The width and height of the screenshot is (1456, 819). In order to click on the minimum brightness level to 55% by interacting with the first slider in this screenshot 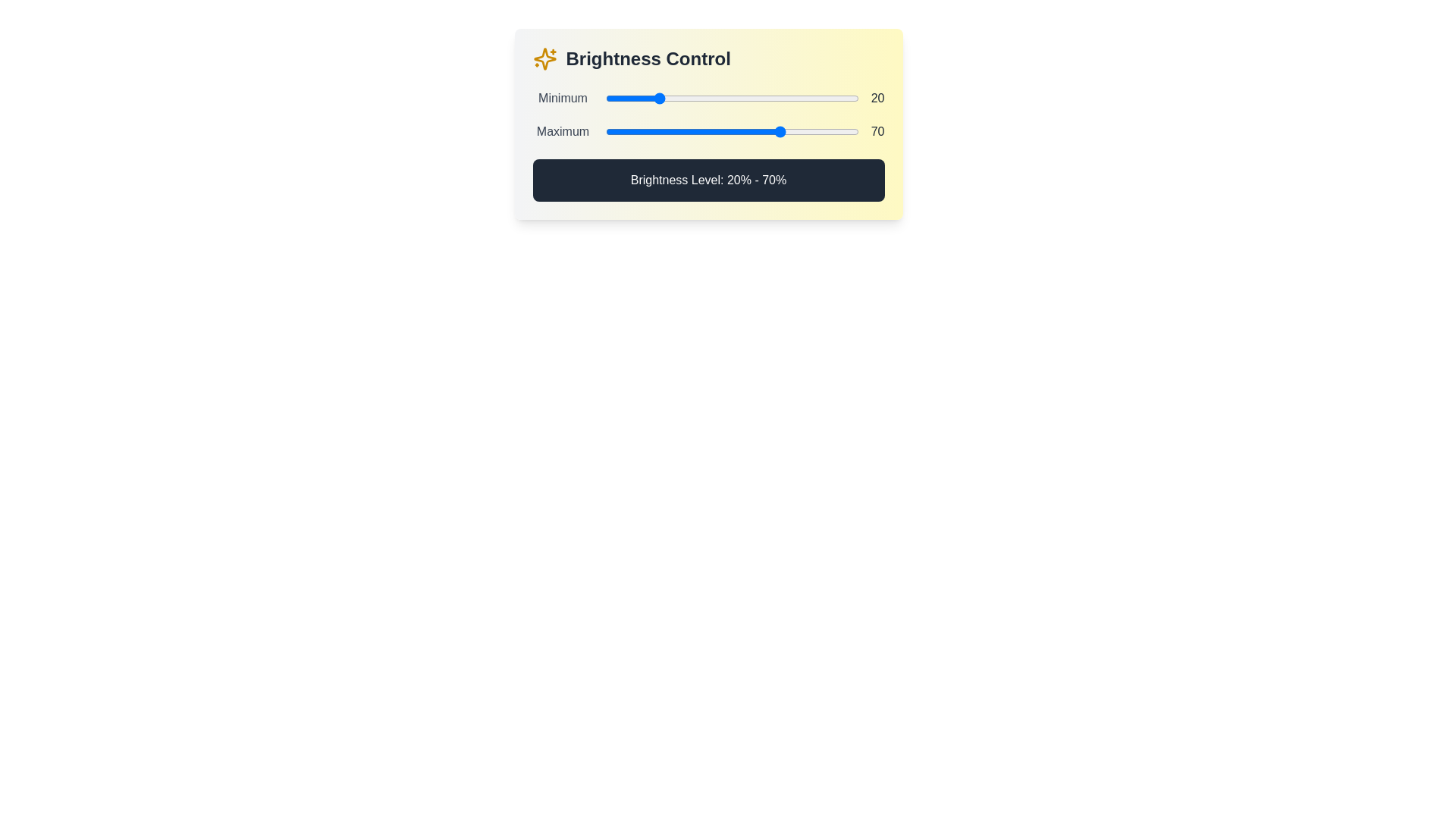, I will do `click(745, 99)`.